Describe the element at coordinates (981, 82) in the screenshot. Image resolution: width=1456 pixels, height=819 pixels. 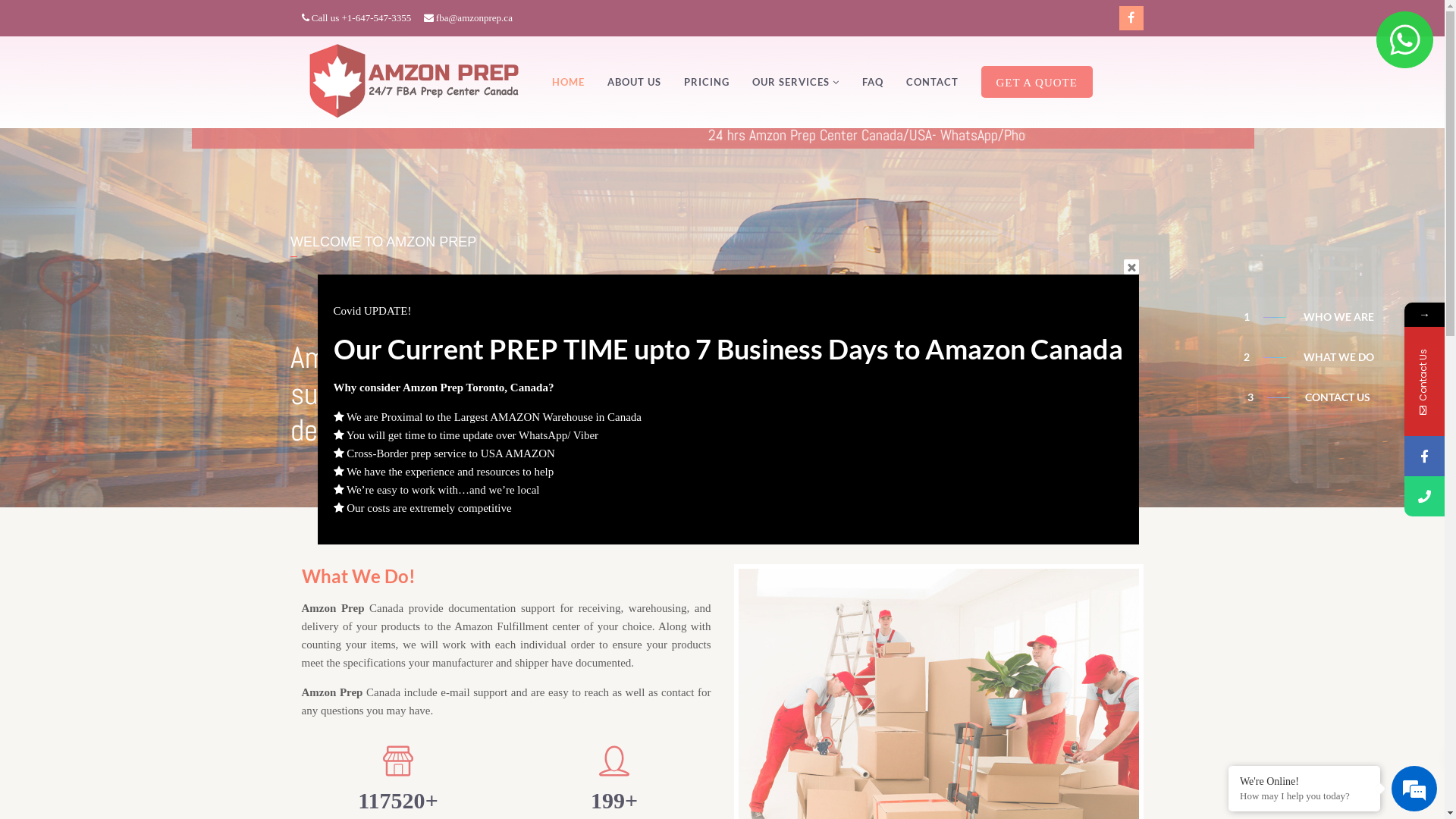
I see `'GET A QUOTE'` at that location.